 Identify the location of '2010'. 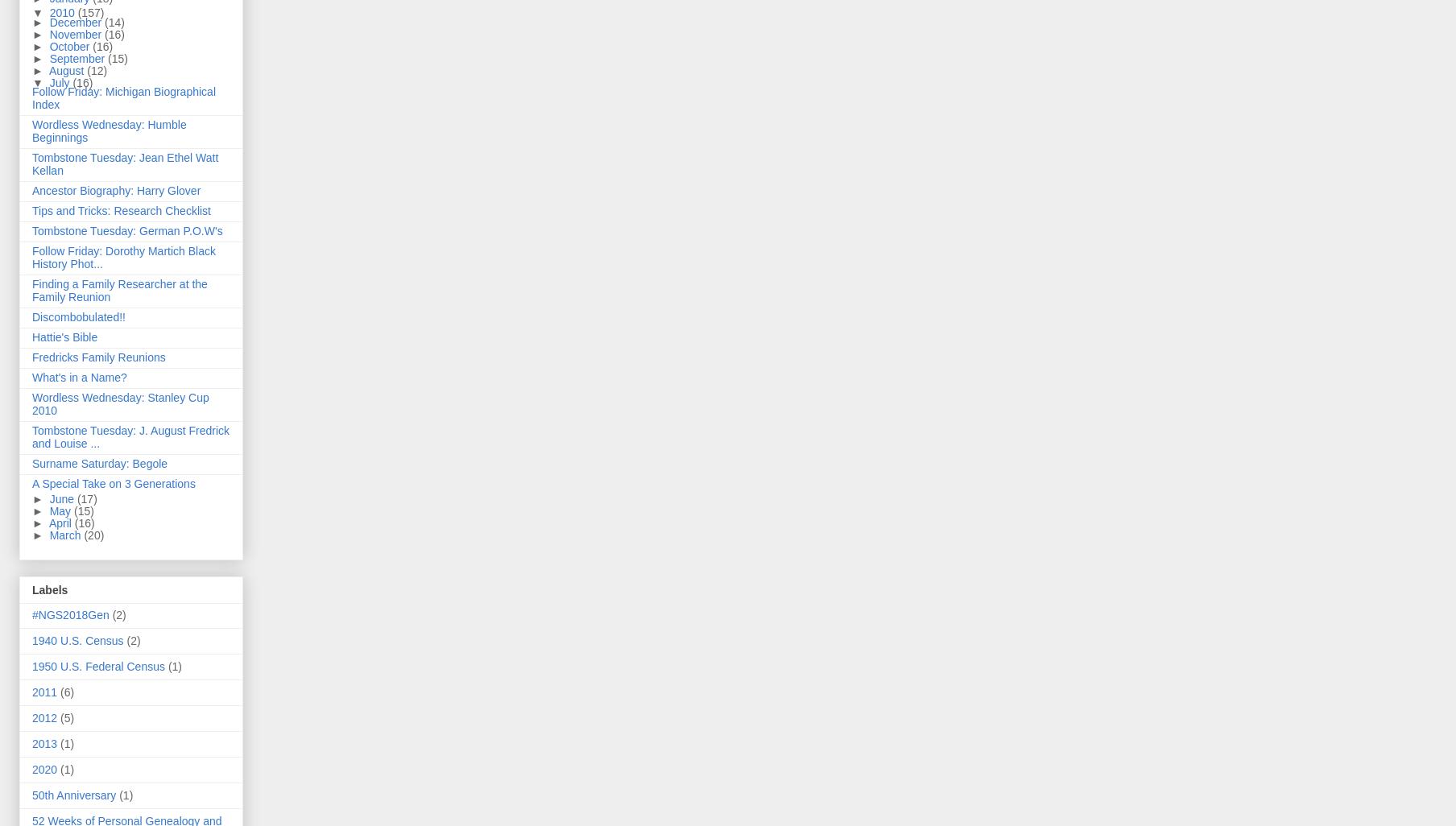
(62, 13).